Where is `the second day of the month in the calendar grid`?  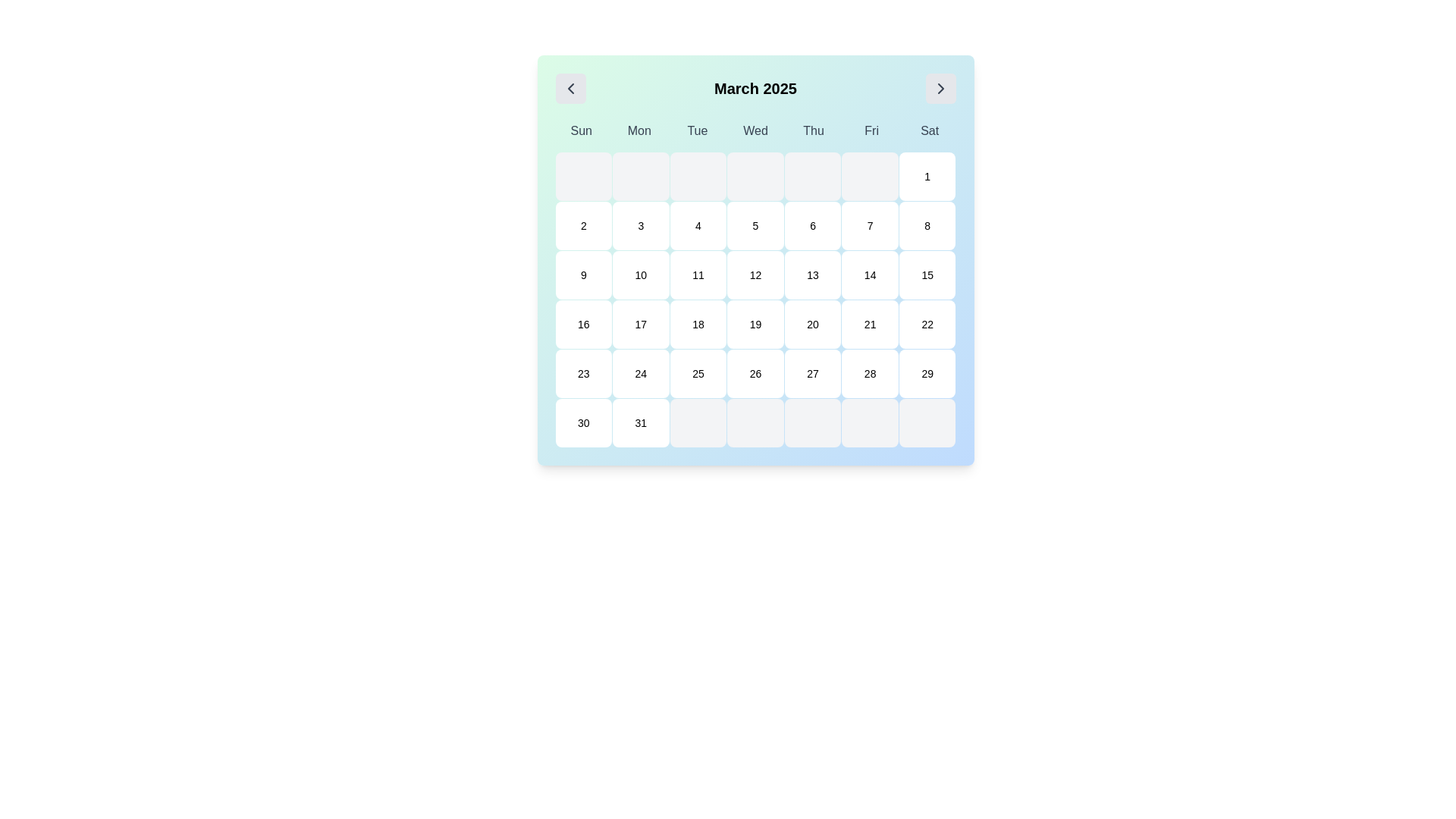 the second day of the month in the calendar grid is located at coordinates (582, 225).